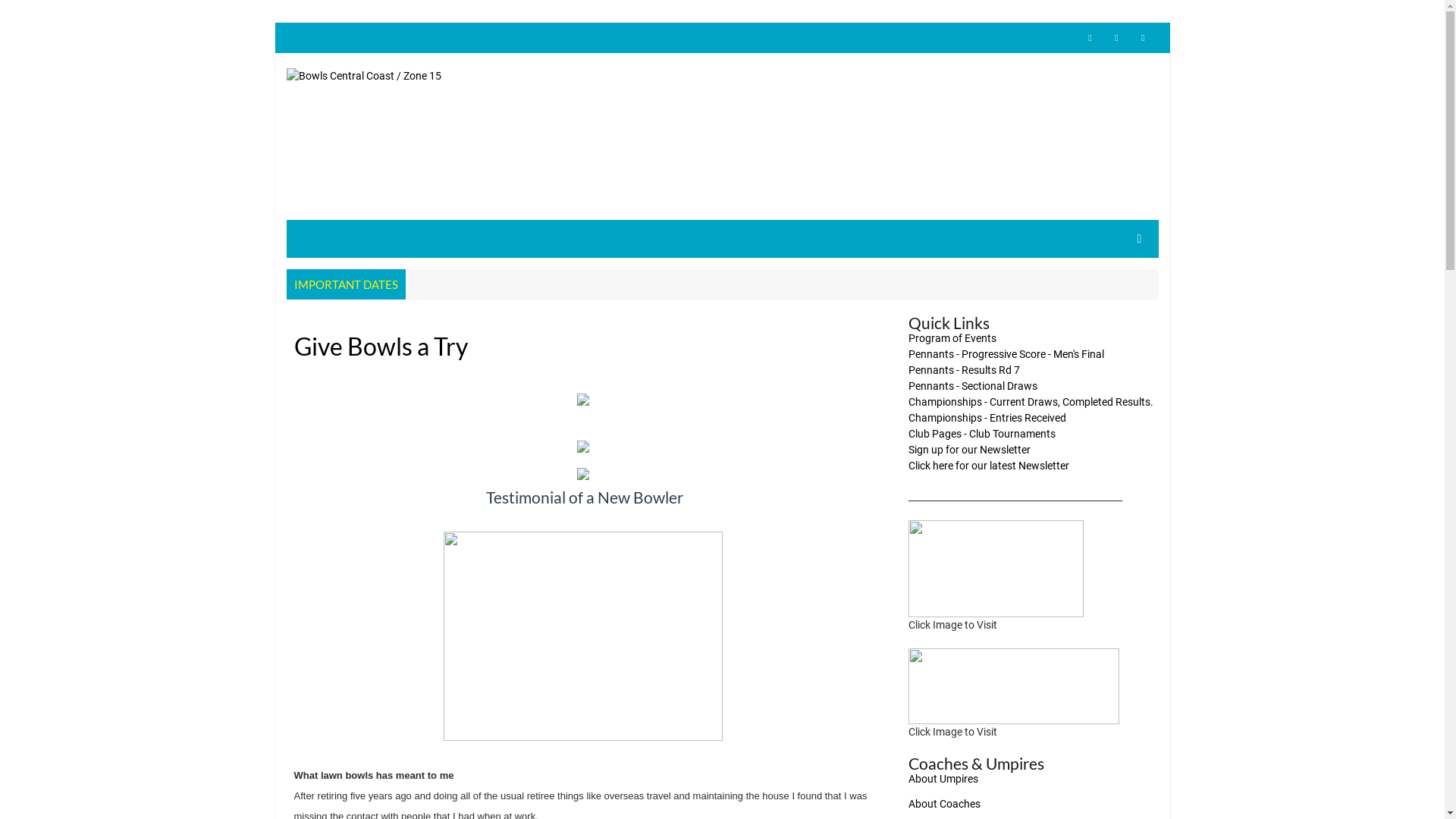 Image resolution: width=1456 pixels, height=819 pixels. Describe the element at coordinates (968, 449) in the screenshot. I see `'Sign up for our Newsletter'` at that location.